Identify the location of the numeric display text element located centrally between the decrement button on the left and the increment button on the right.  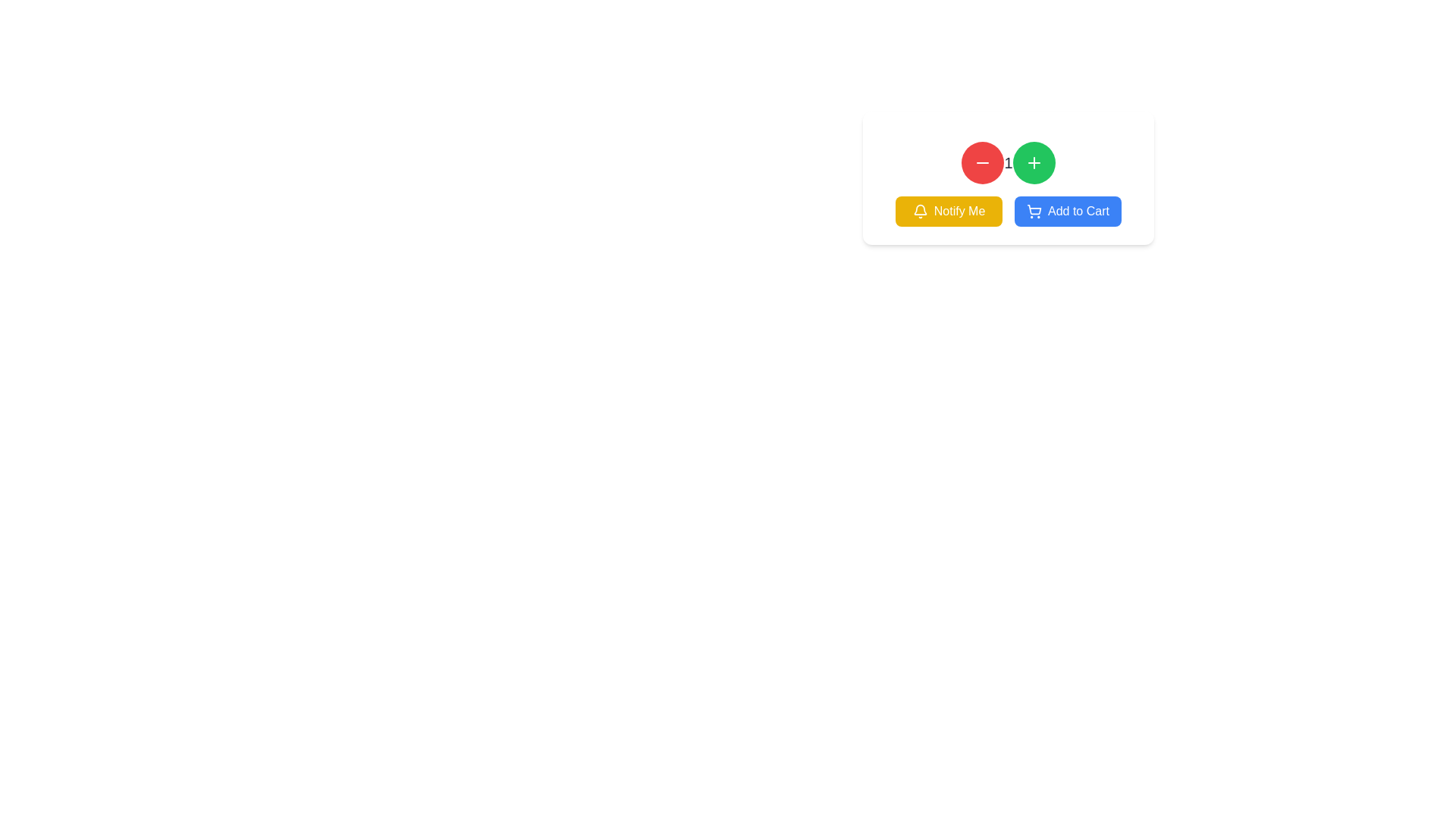
(1008, 163).